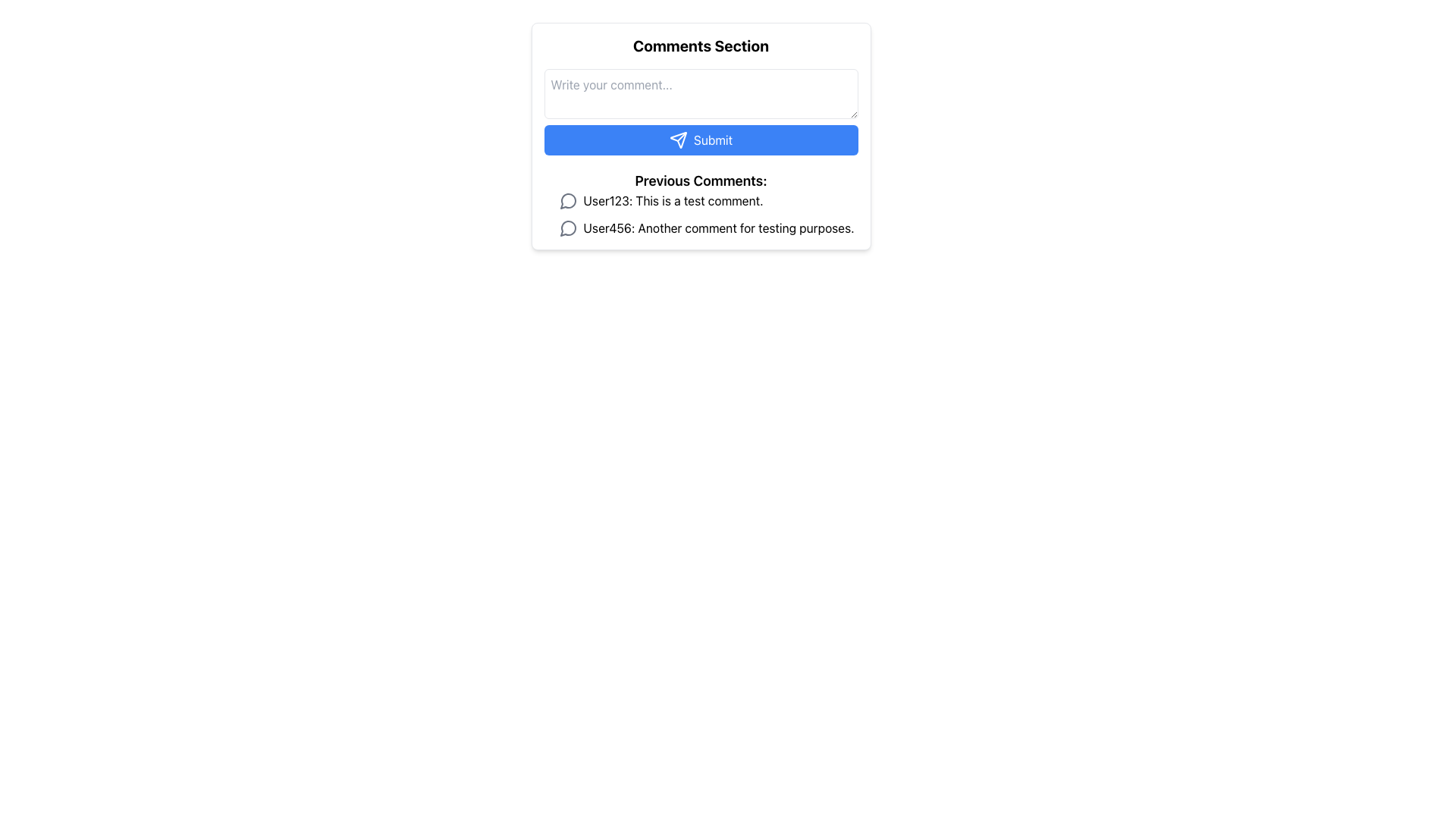 Image resolution: width=1456 pixels, height=819 pixels. What do you see at coordinates (700, 136) in the screenshot?
I see `the submit button located in the comments section of the modal, which is positioned centrally beneath the text input field labeled 'Write your comment...'` at bounding box center [700, 136].